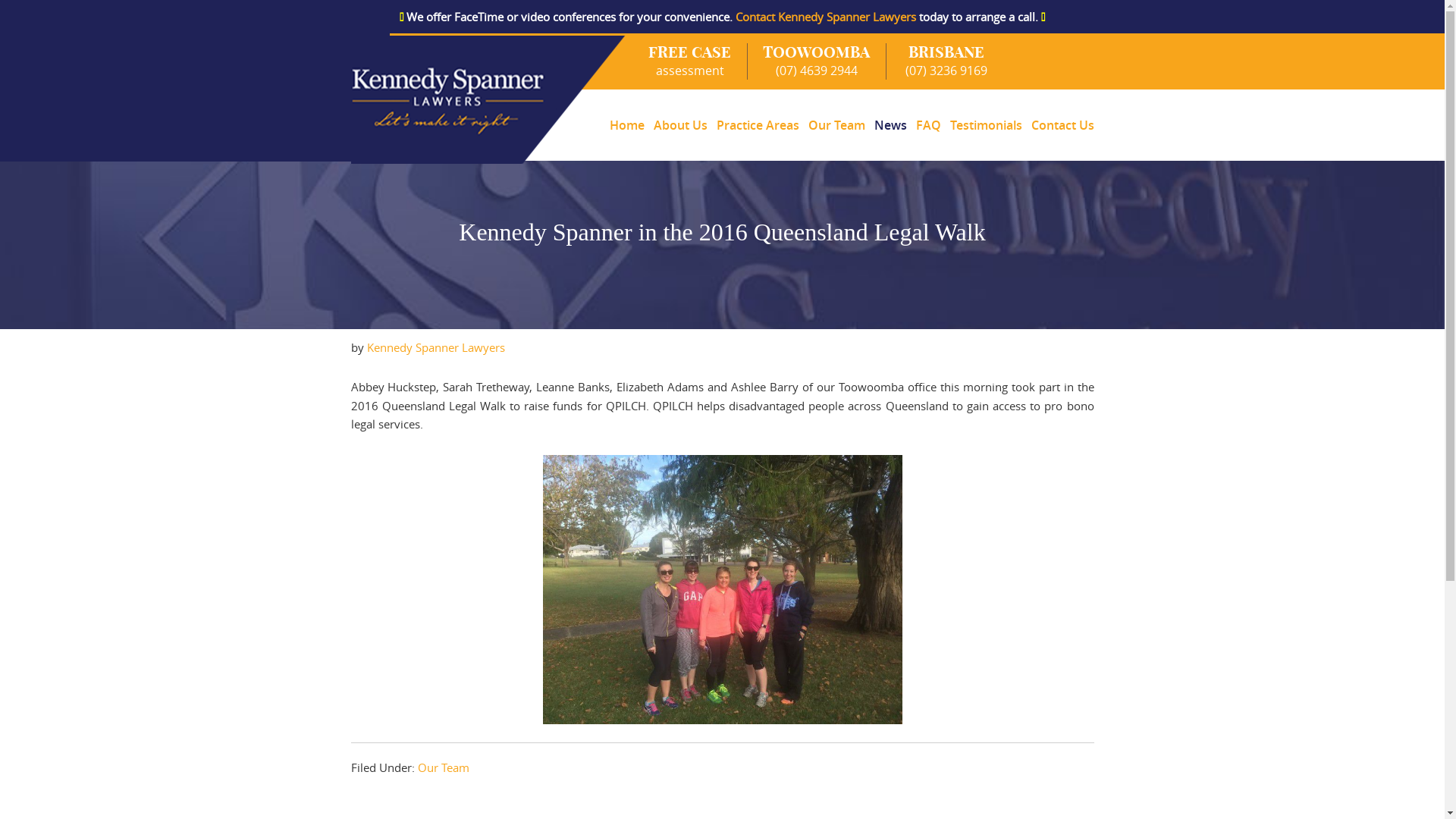 The height and width of the screenshot is (819, 1456). Describe the element at coordinates (816, 61) in the screenshot. I see `'TOOWOOMBA` at that location.